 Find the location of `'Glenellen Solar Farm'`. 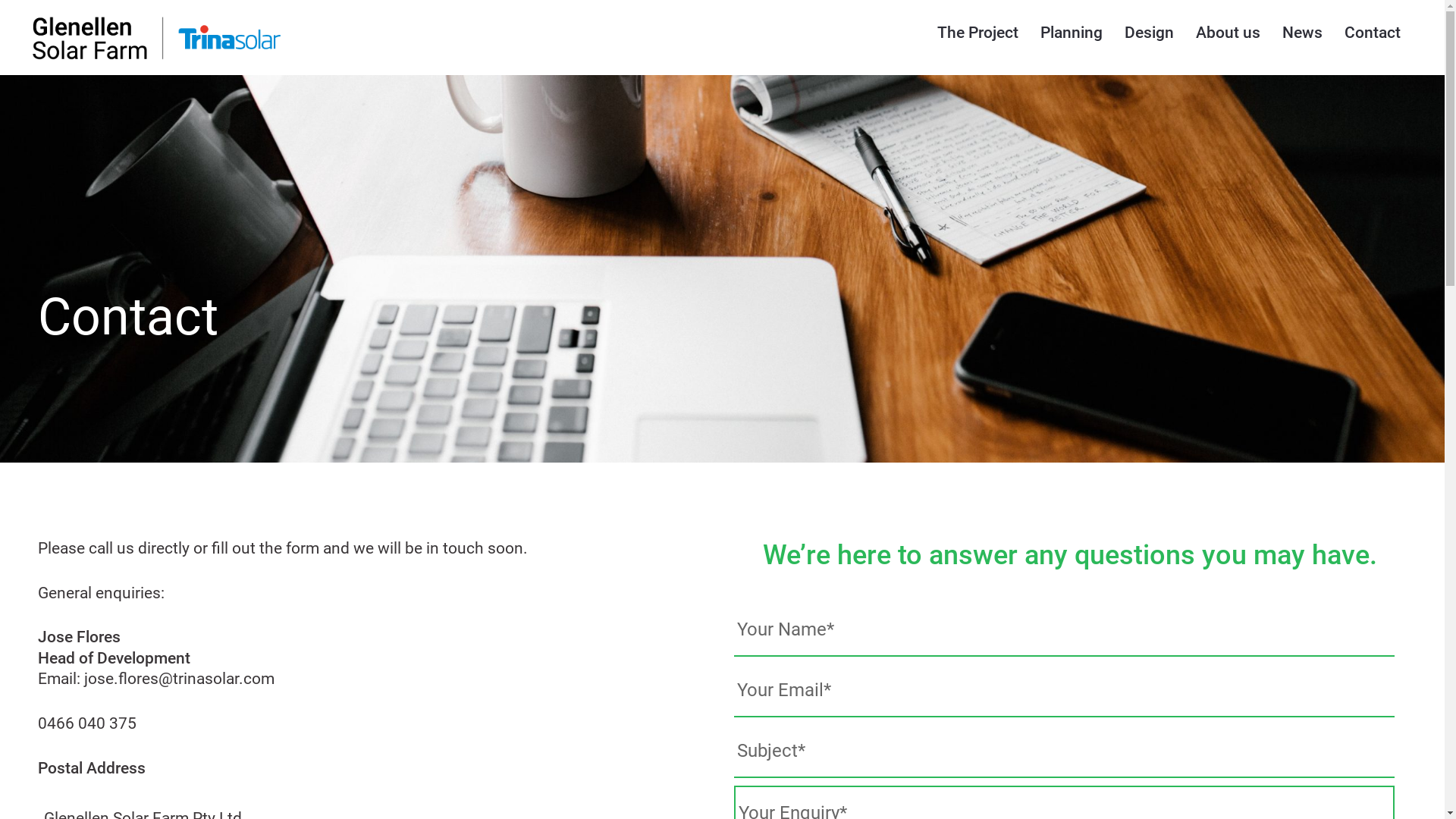

'Glenellen Solar Farm' is located at coordinates (252, 42).